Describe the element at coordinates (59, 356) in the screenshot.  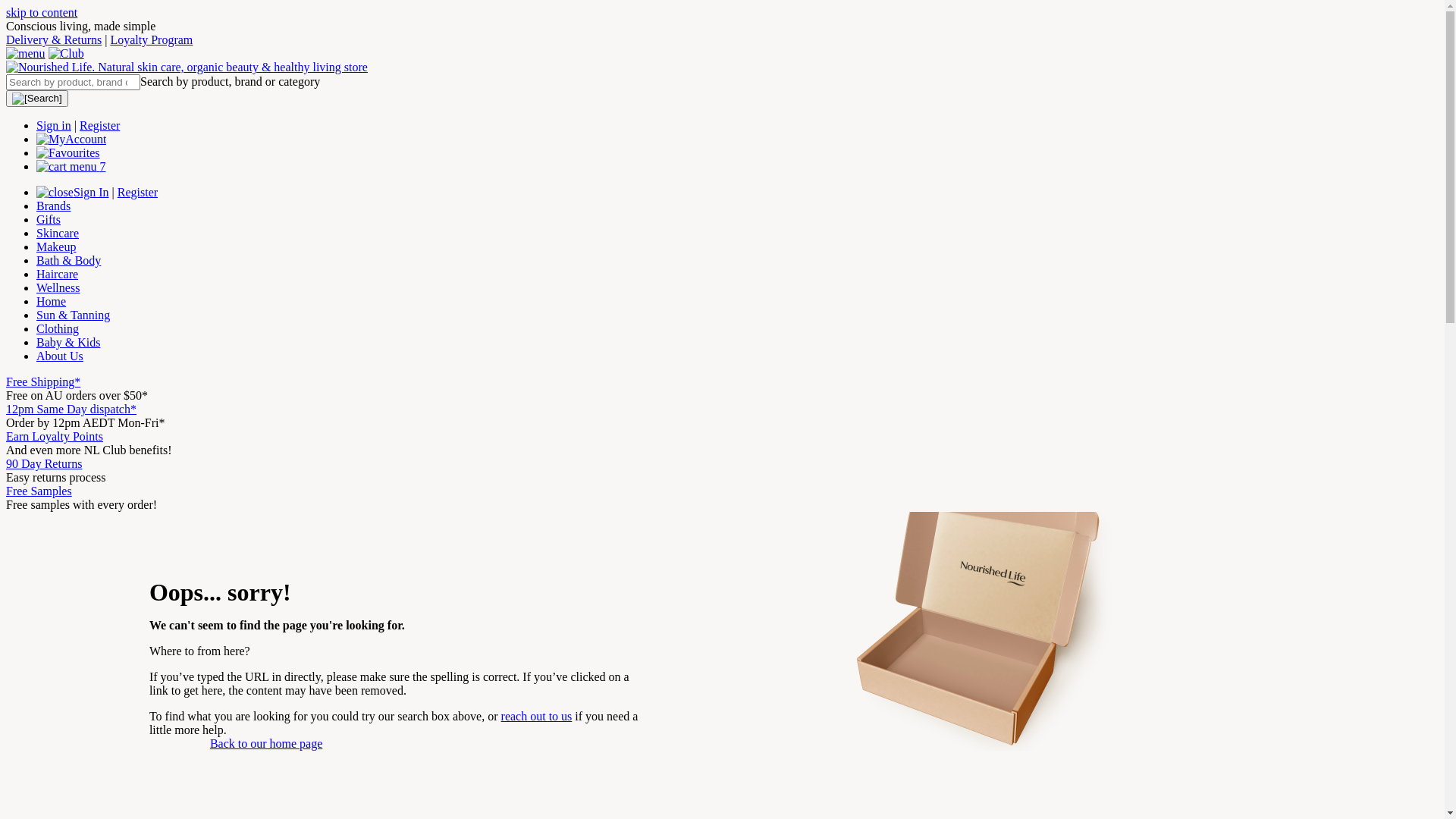
I see `'About Us'` at that location.